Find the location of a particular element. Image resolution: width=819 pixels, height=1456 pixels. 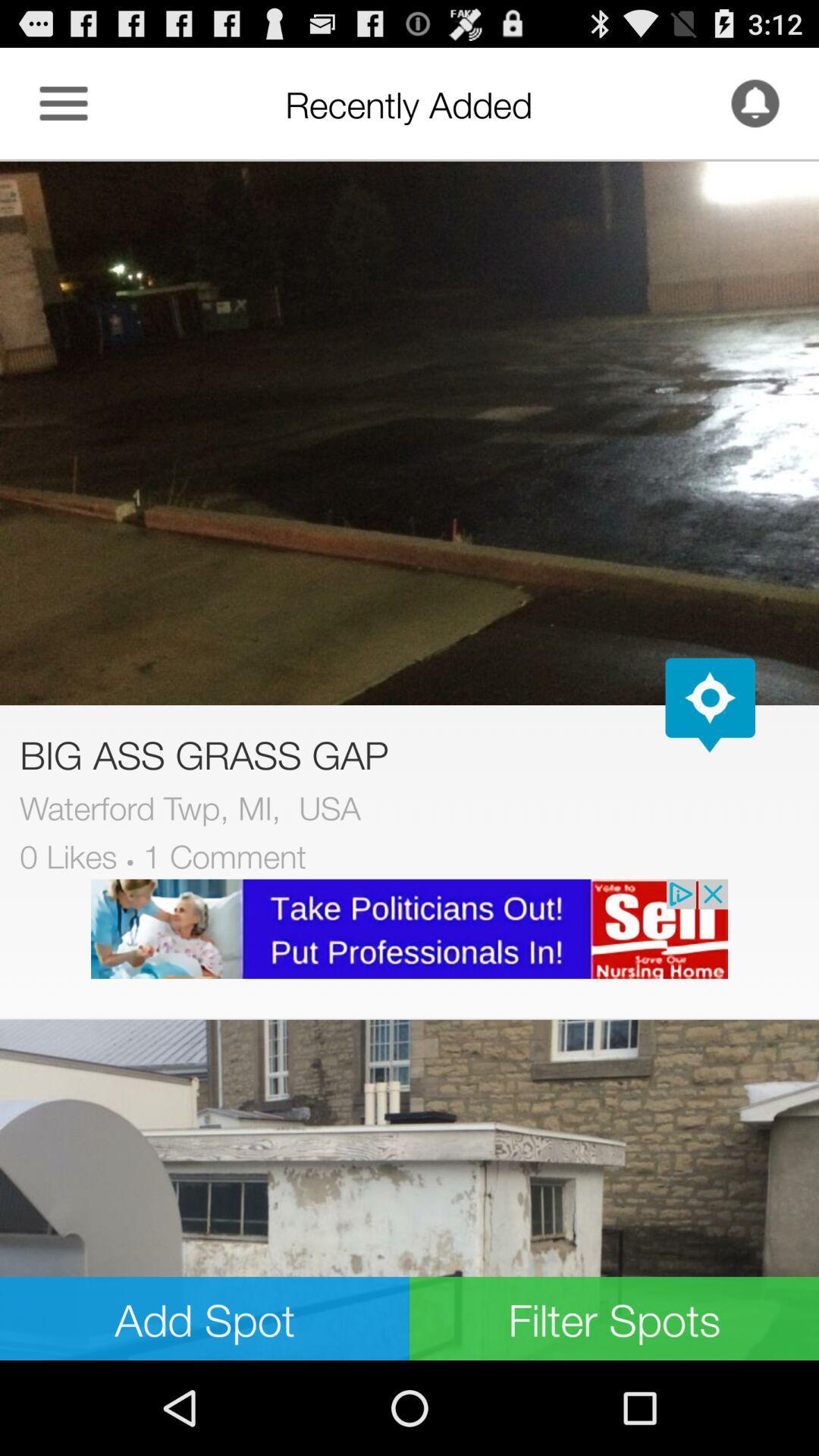

turn on notifications is located at coordinates (755, 102).